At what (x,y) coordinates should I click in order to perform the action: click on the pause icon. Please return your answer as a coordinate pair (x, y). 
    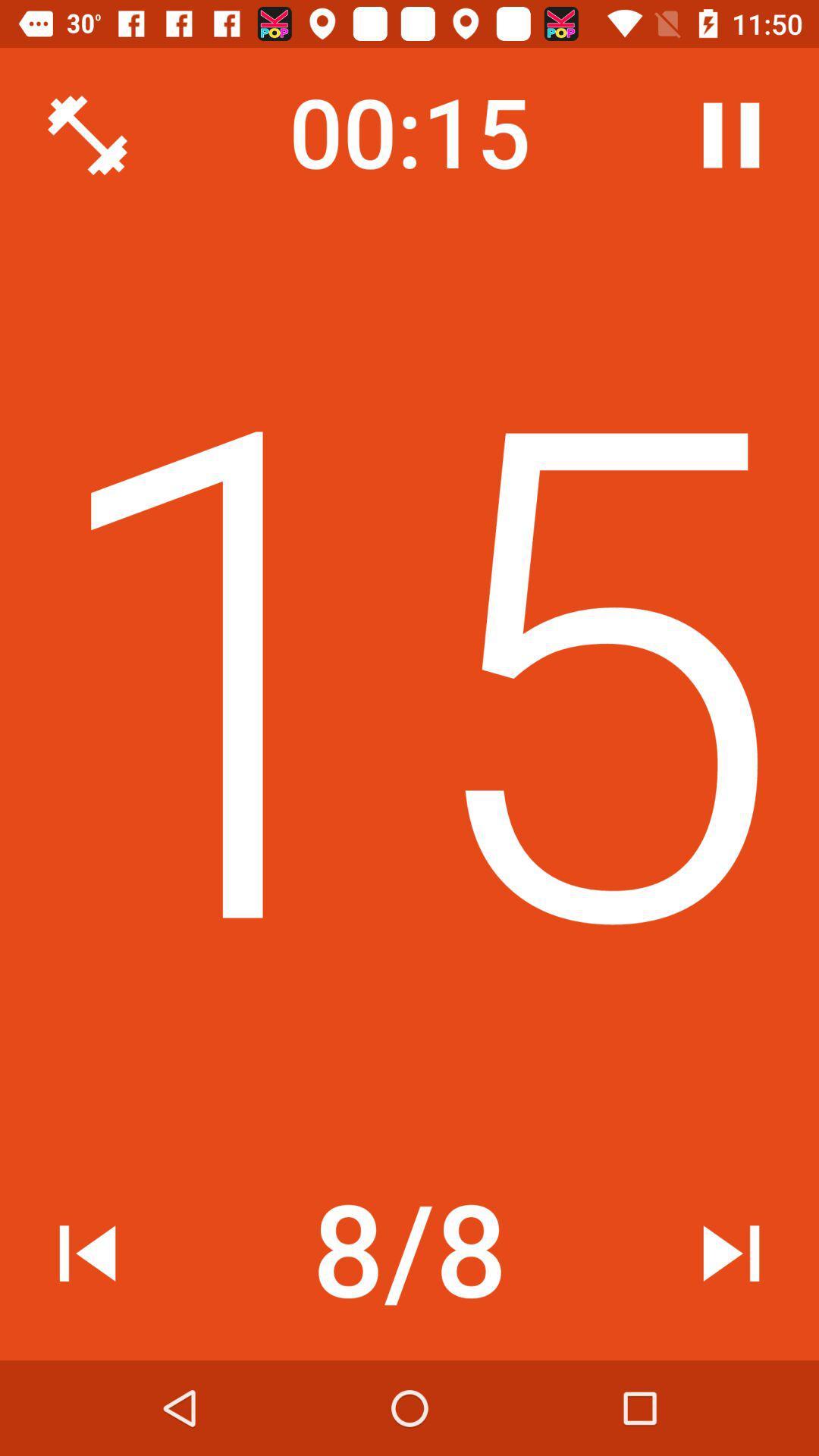
    Looking at the image, I should click on (730, 135).